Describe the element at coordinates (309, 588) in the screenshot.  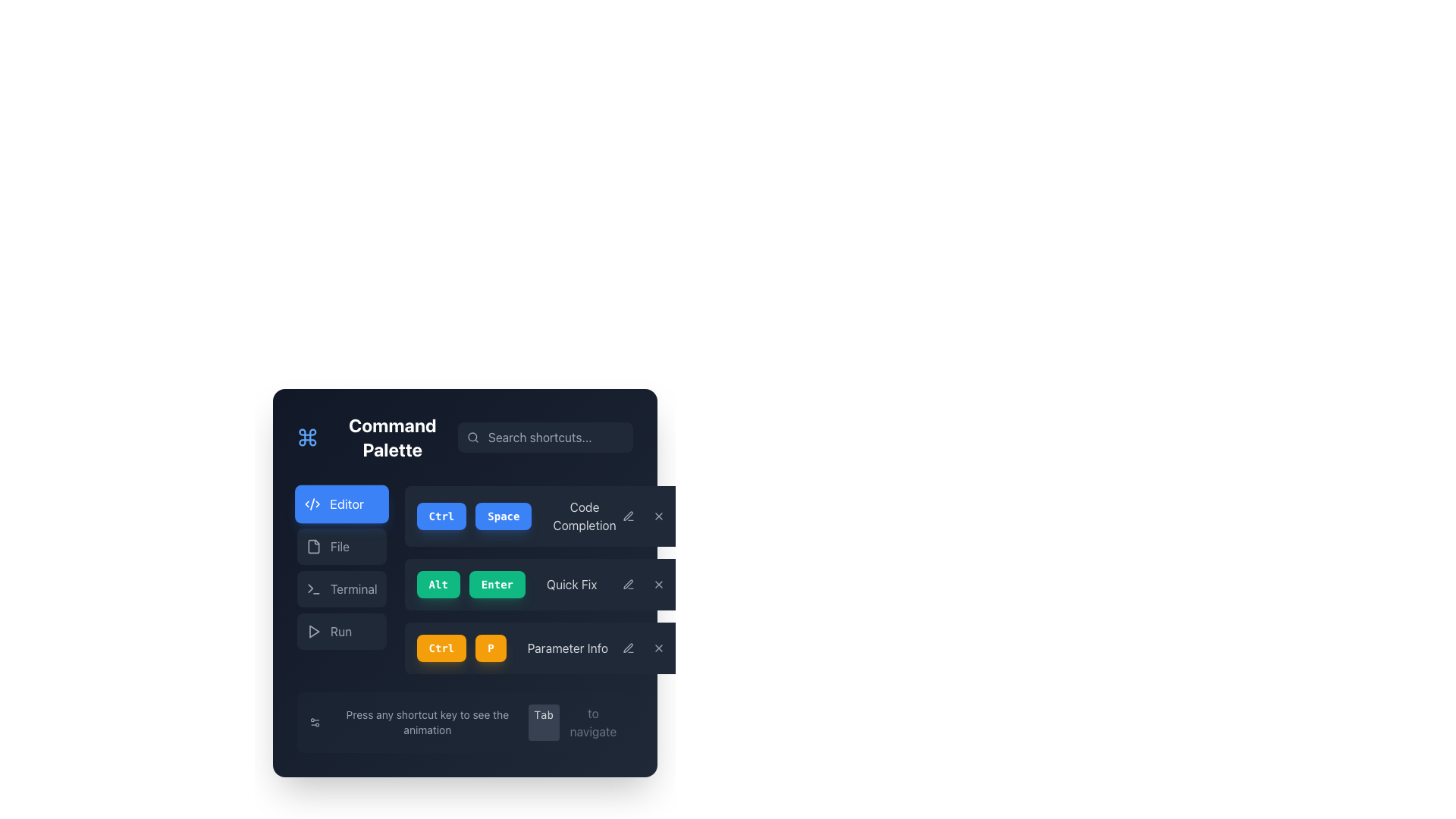
I see `the small triangular shape located within the terminal icon on the command palette interface, adjacent to the 'Terminal' label` at that location.